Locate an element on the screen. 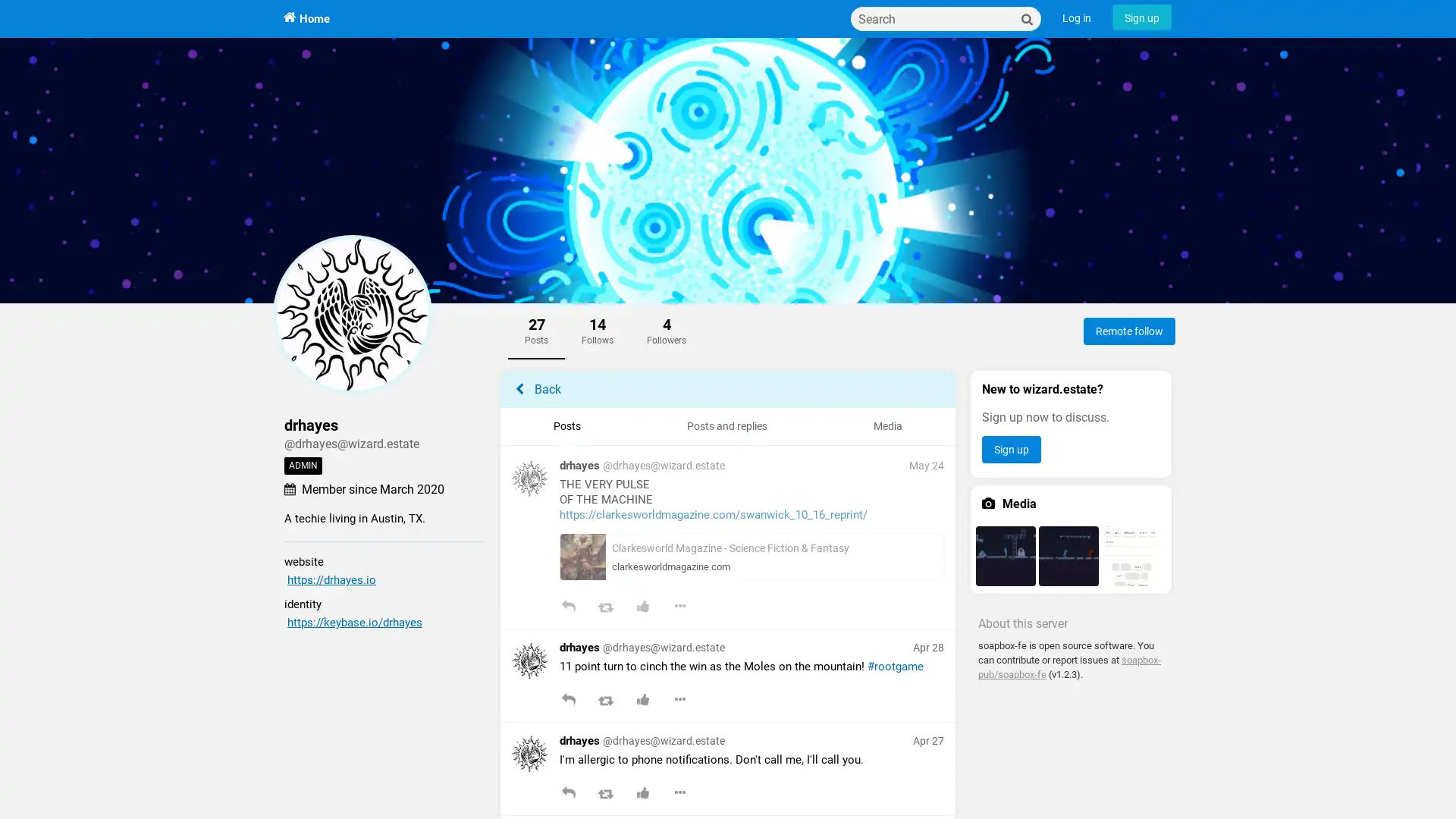 The width and height of the screenshot is (1456, 819). More is located at coordinates (679, 794).